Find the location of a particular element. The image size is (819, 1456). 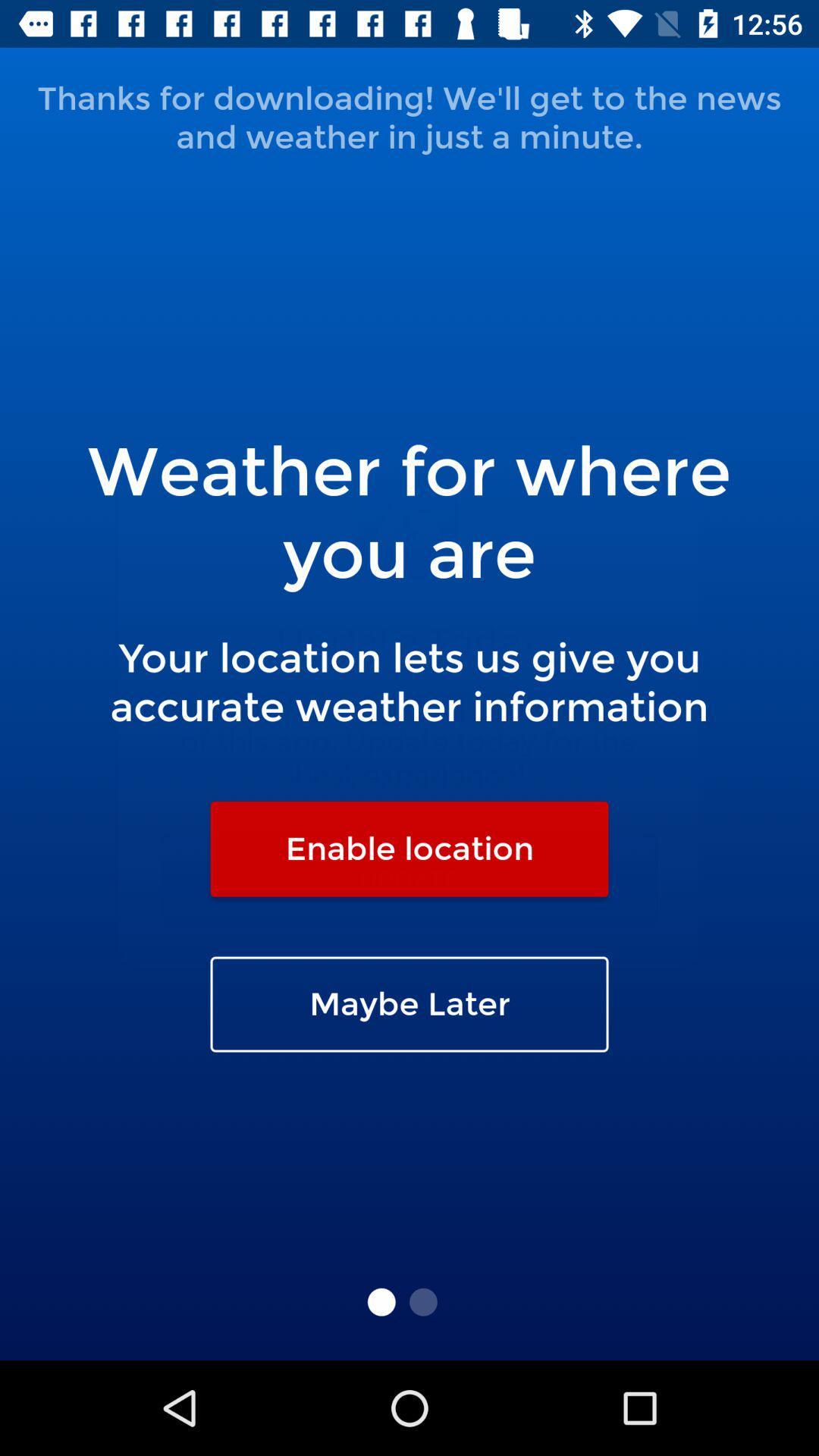

the enable location is located at coordinates (409, 848).